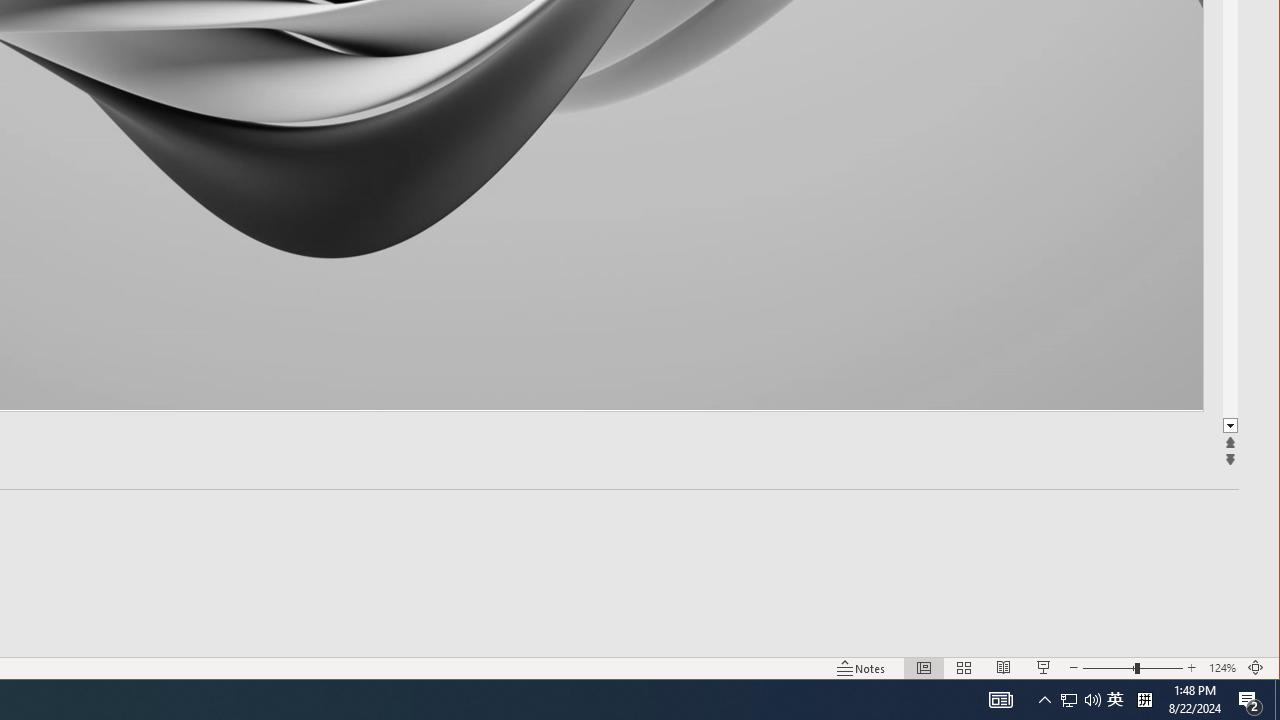 This screenshot has height=720, width=1280. I want to click on 'Zoom 124%', so click(1221, 668).